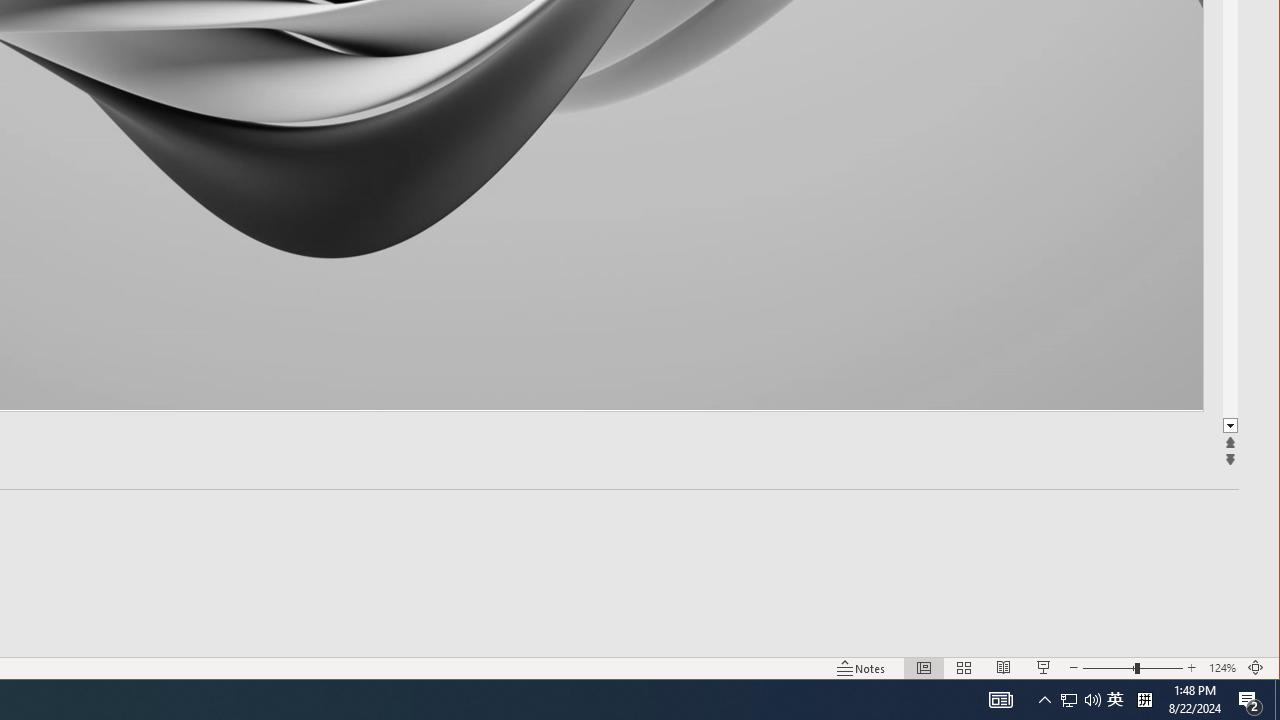 This screenshot has height=720, width=1280. I want to click on 'Zoom 124%', so click(1221, 668).